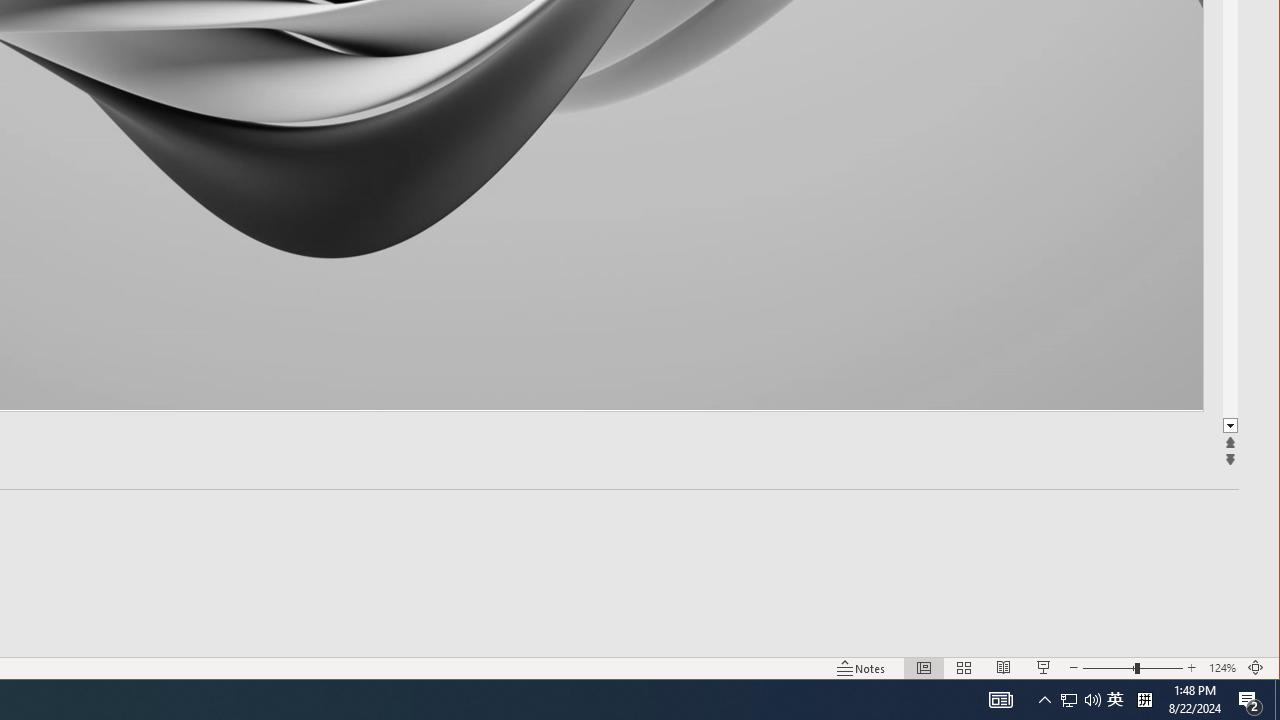 This screenshot has height=720, width=1280. I want to click on 'Zoom 124%', so click(1221, 668).